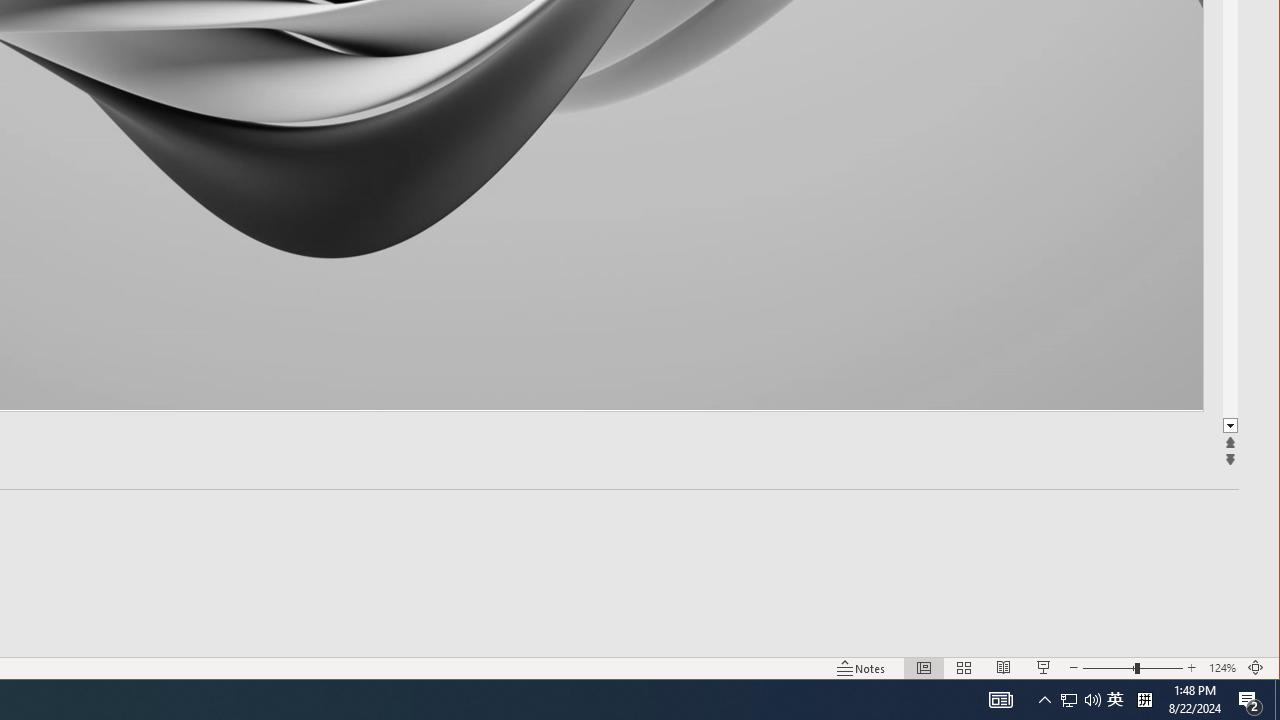 This screenshot has height=720, width=1280. I want to click on 'Zoom 124%', so click(1221, 668).